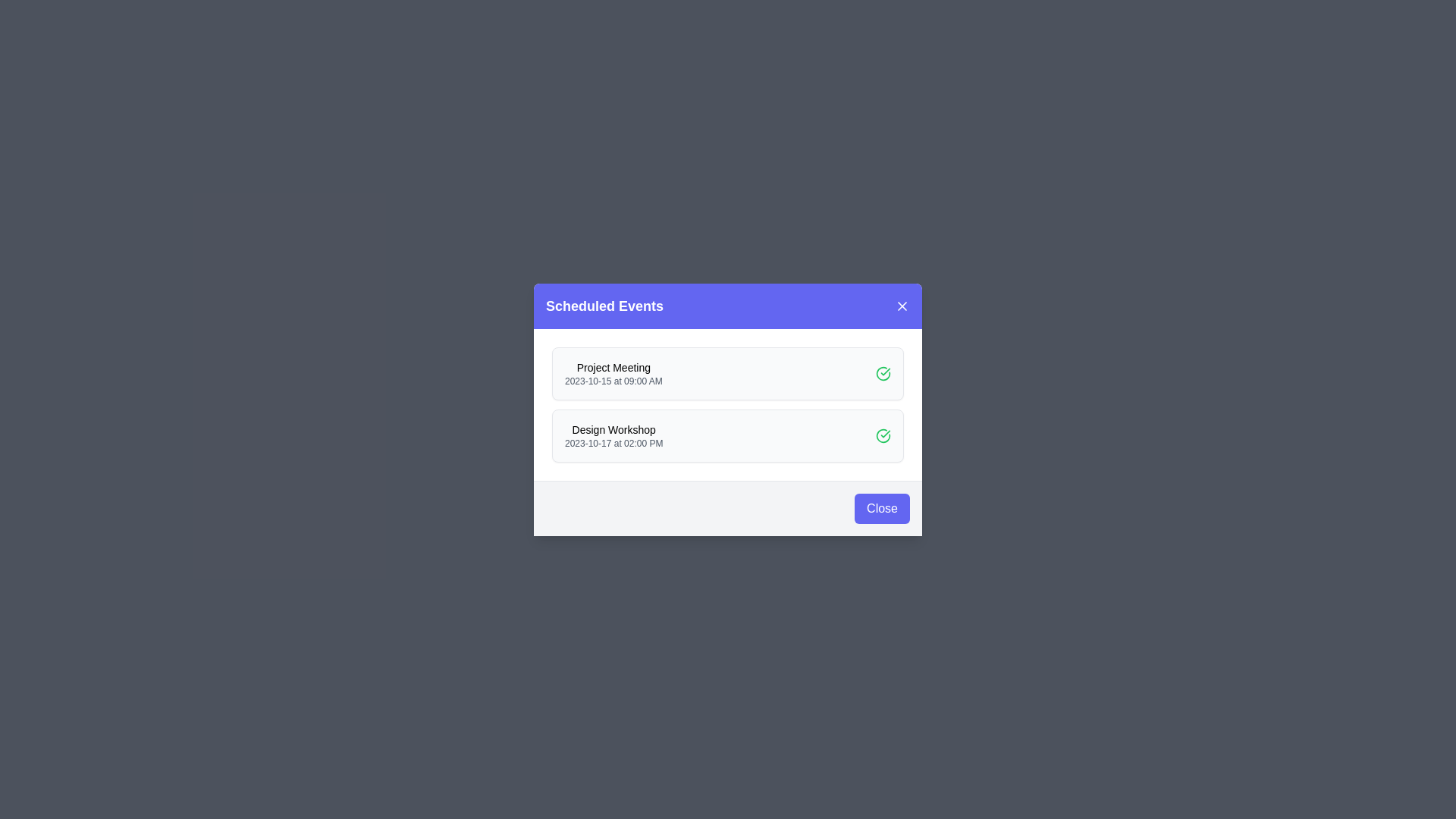 The height and width of the screenshot is (819, 1456). I want to click on the close button located at the top-right corner of the 'Scheduled Events' modal header by navigating through the keyboard tab, so click(902, 306).